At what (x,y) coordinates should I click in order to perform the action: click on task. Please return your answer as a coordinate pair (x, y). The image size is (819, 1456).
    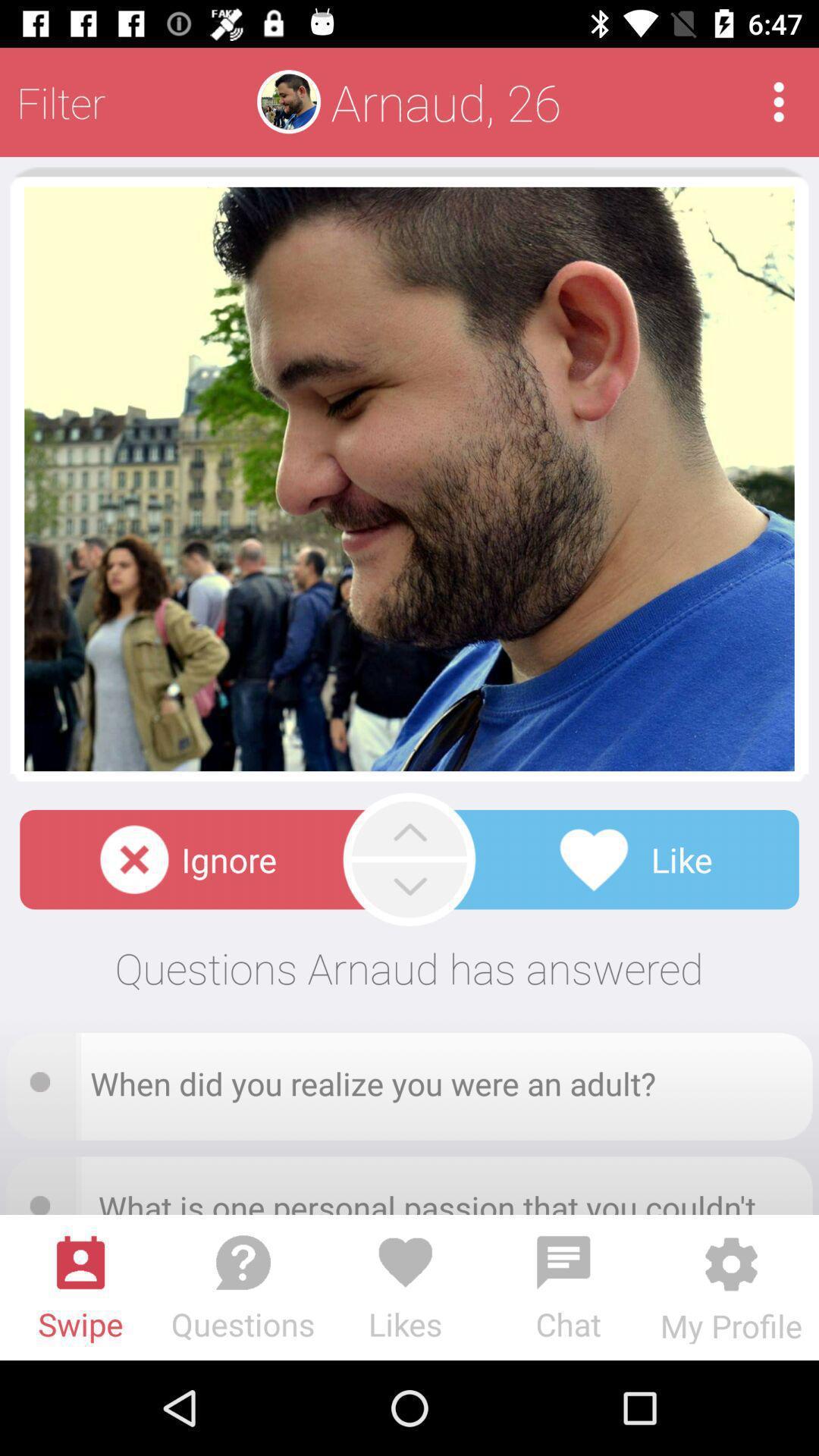
    Looking at the image, I should click on (44, 1076).